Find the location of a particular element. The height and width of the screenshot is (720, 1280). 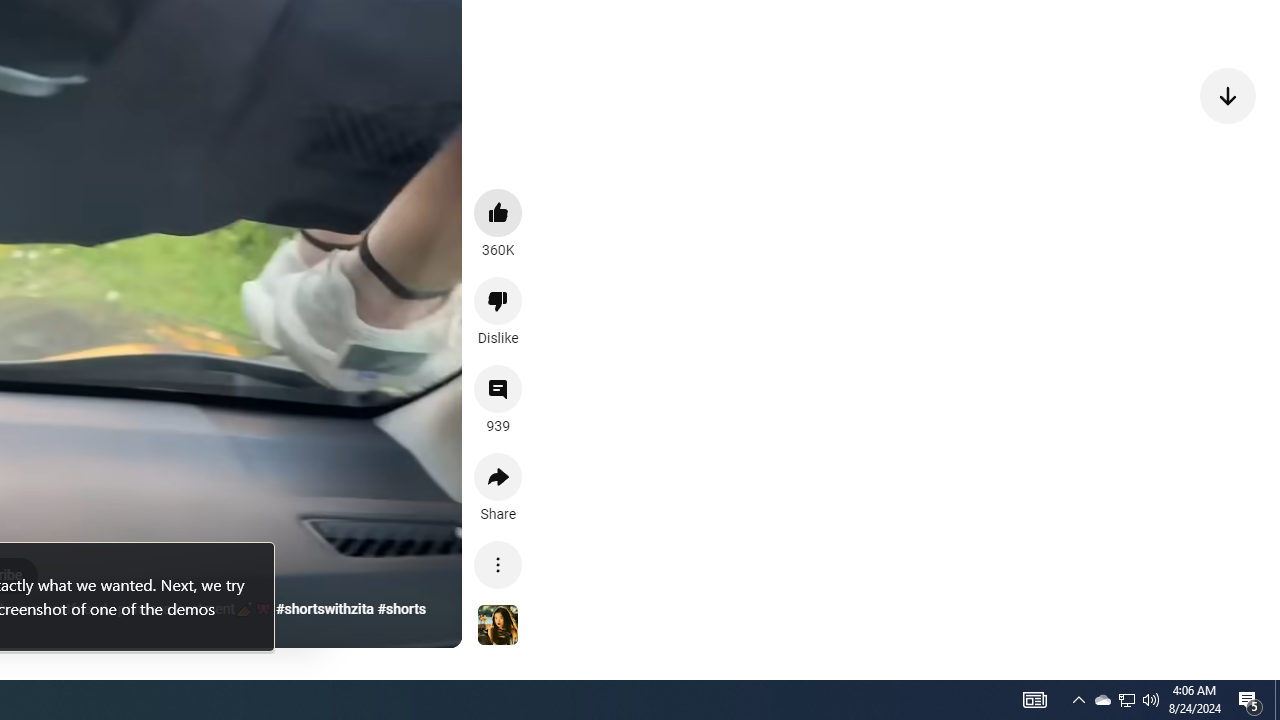

'See more videos using this sound' is located at coordinates (497, 625).